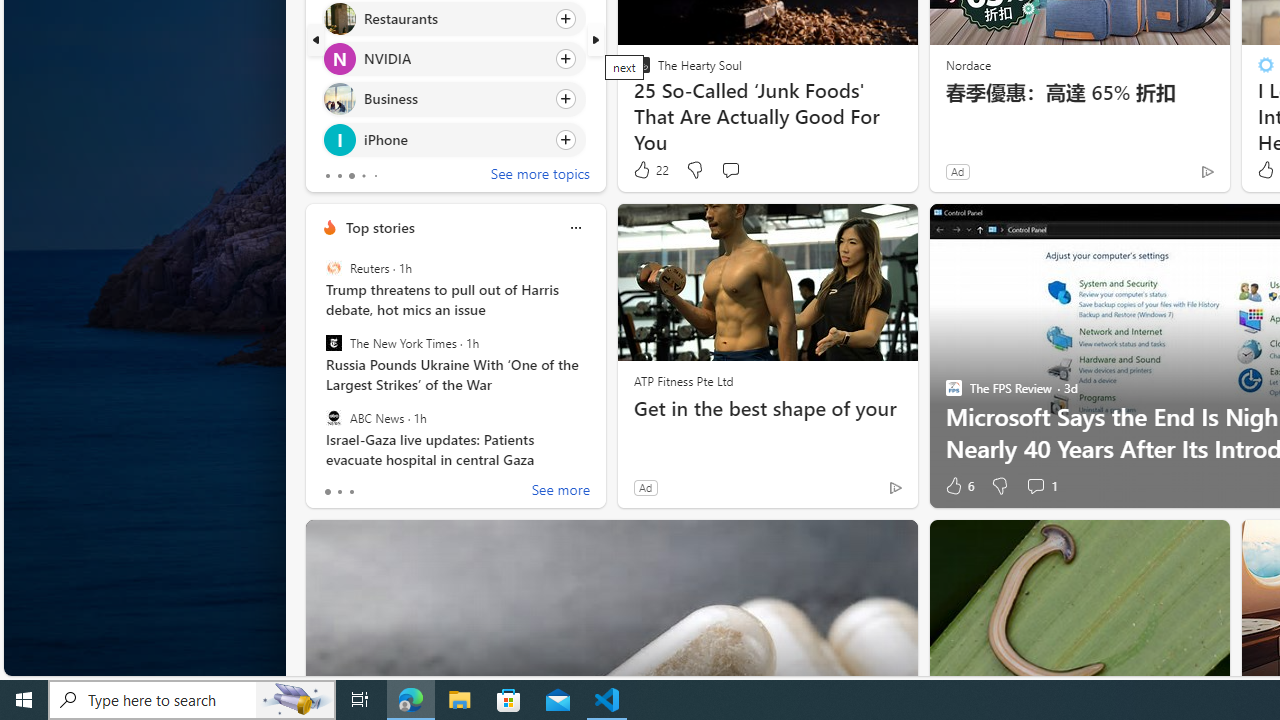  I want to click on 'Click to follow topic NVIDIA', so click(452, 58).